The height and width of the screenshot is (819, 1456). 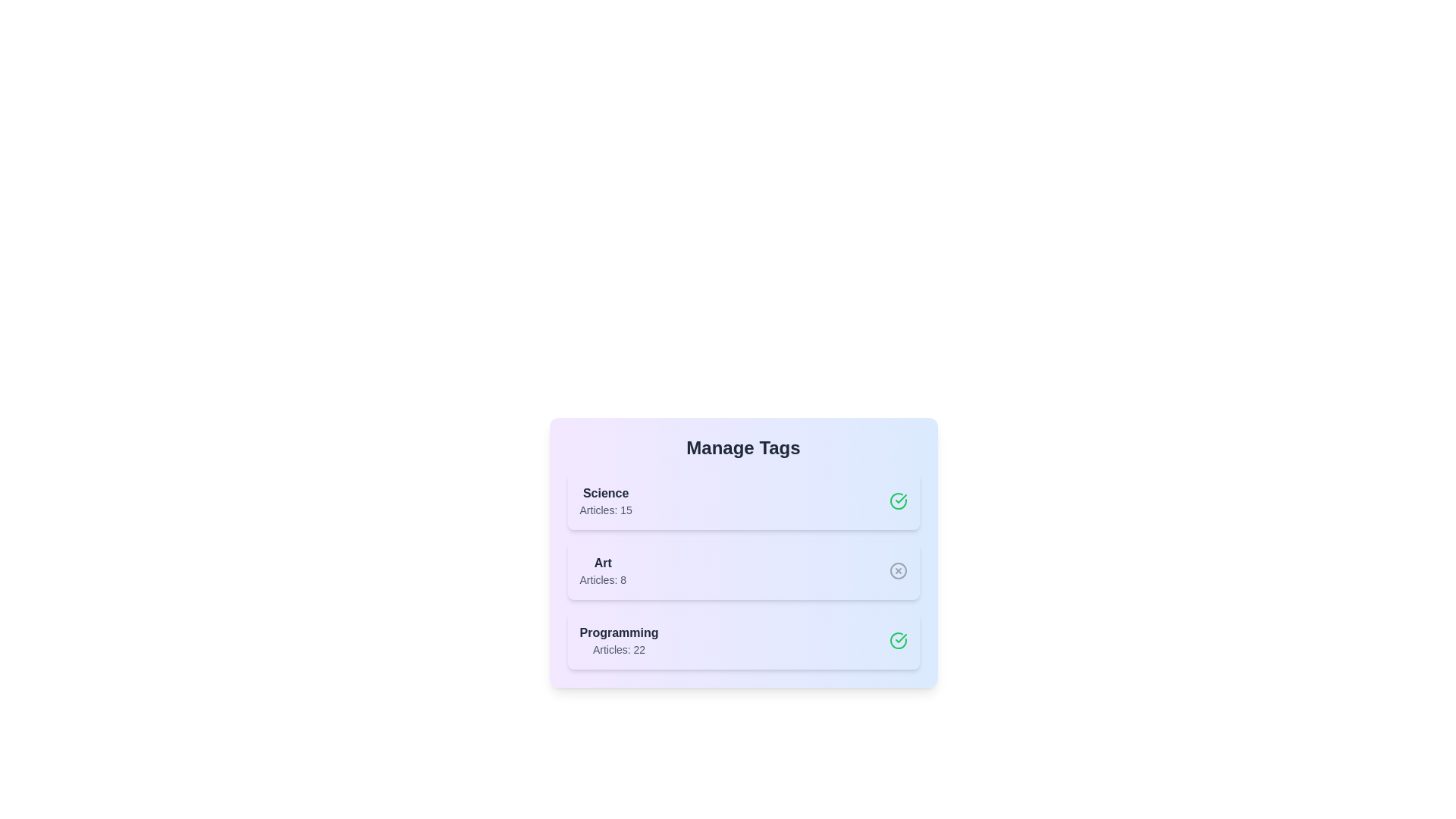 What do you see at coordinates (743, 570) in the screenshot?
I see `the tag labeled Art` at bounding box center [743, 570].